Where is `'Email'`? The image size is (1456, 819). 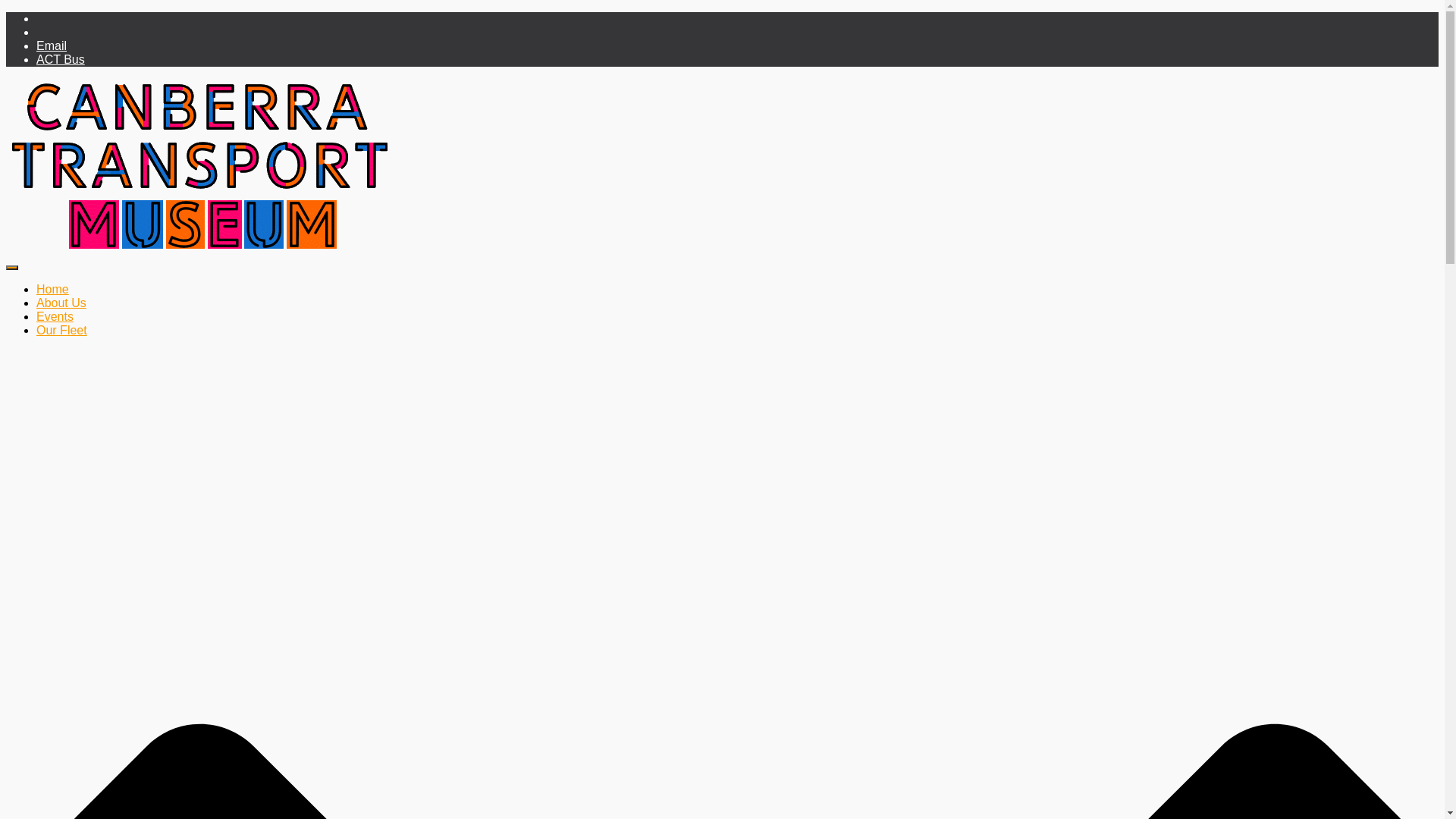
'Email' is located at coordinates (51, 45).